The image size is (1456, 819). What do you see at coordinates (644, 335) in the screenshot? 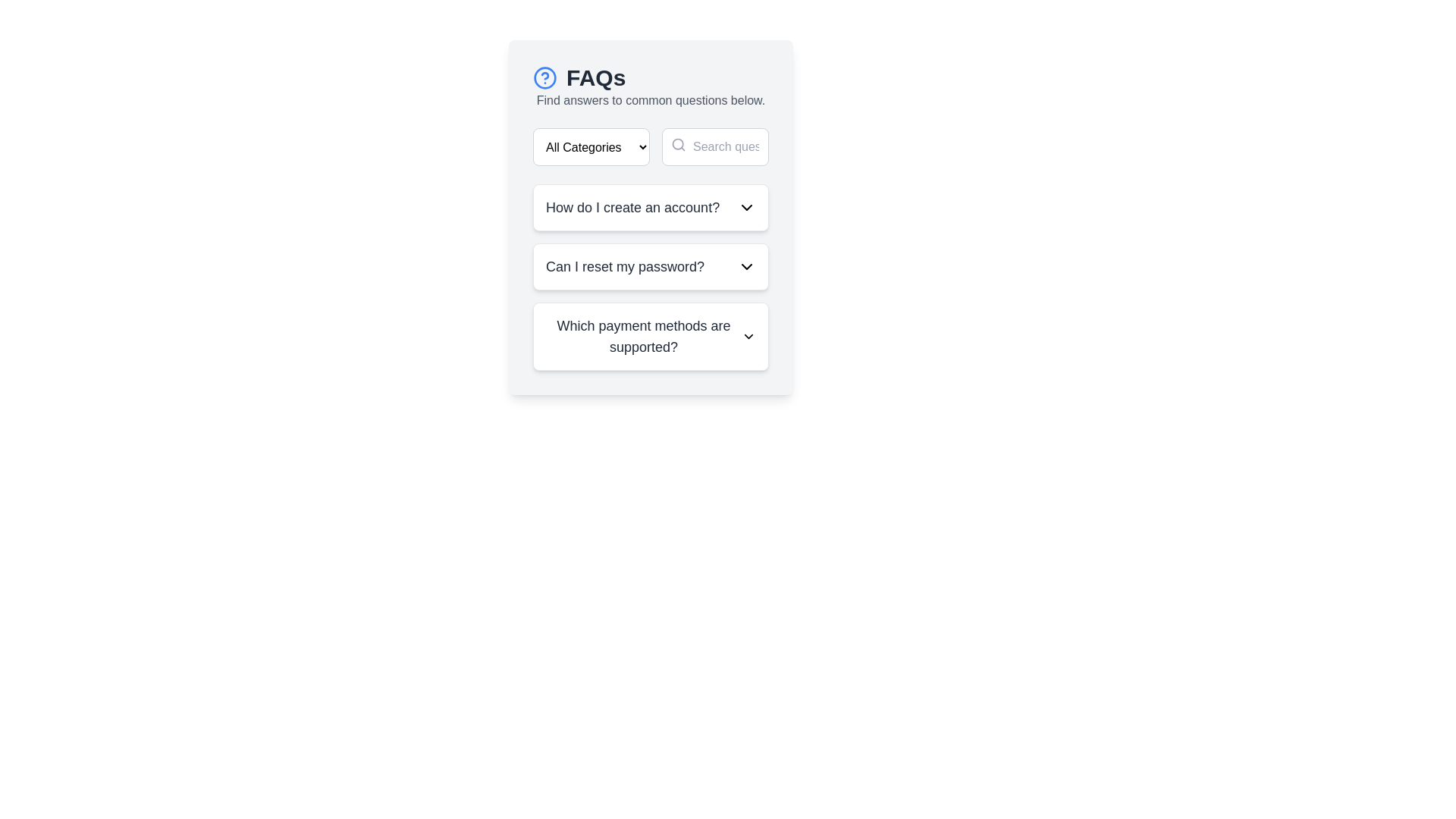
I see `text label that says 'Which payment methods are supported?' located at the bottom of the FAQ section, specifically the third entry in the list of questions` at bounding box center [644, 335].